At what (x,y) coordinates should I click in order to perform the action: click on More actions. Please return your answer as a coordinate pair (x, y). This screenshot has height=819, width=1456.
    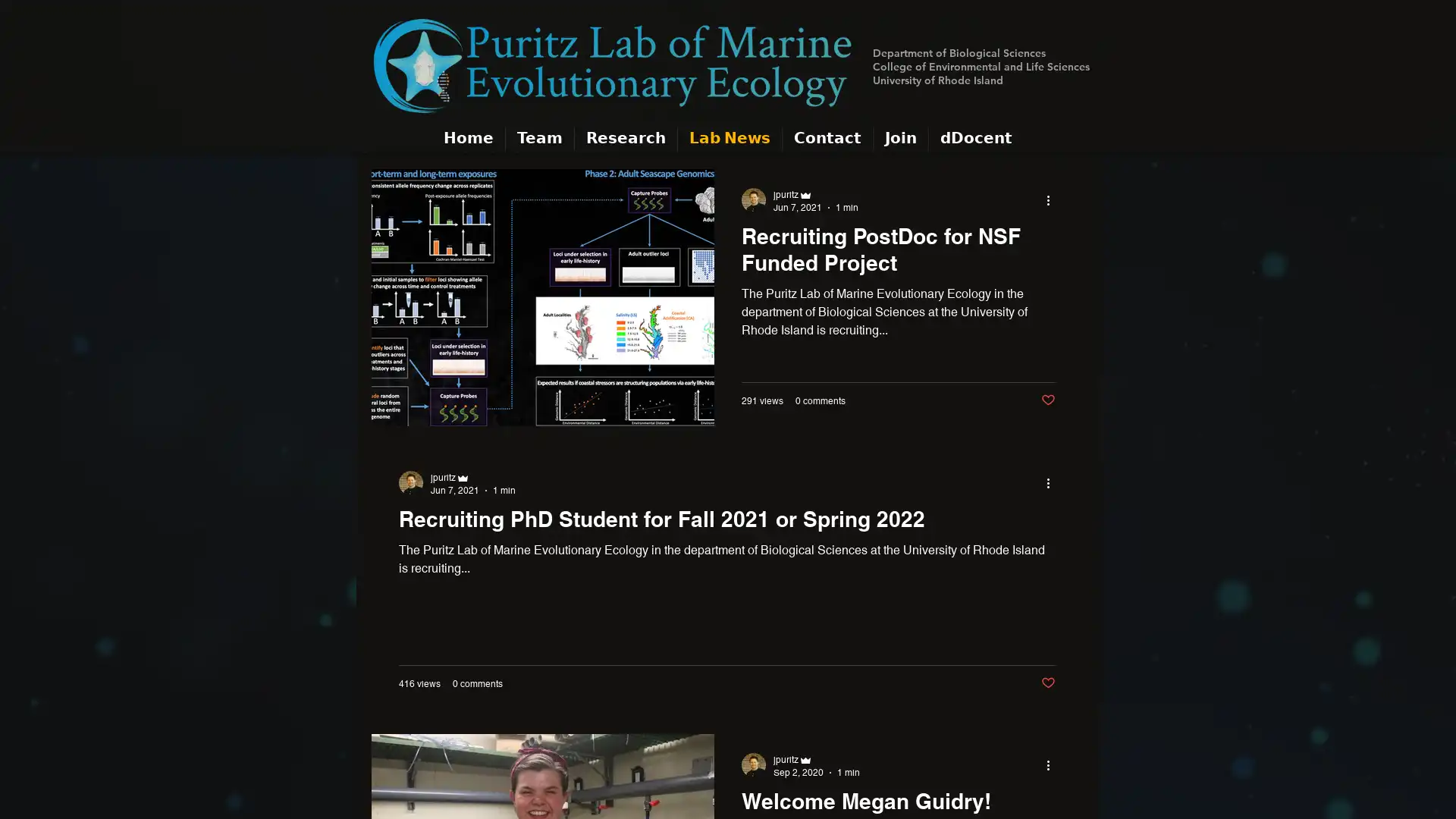
    Looking at the image, I should click on (1052, 764).